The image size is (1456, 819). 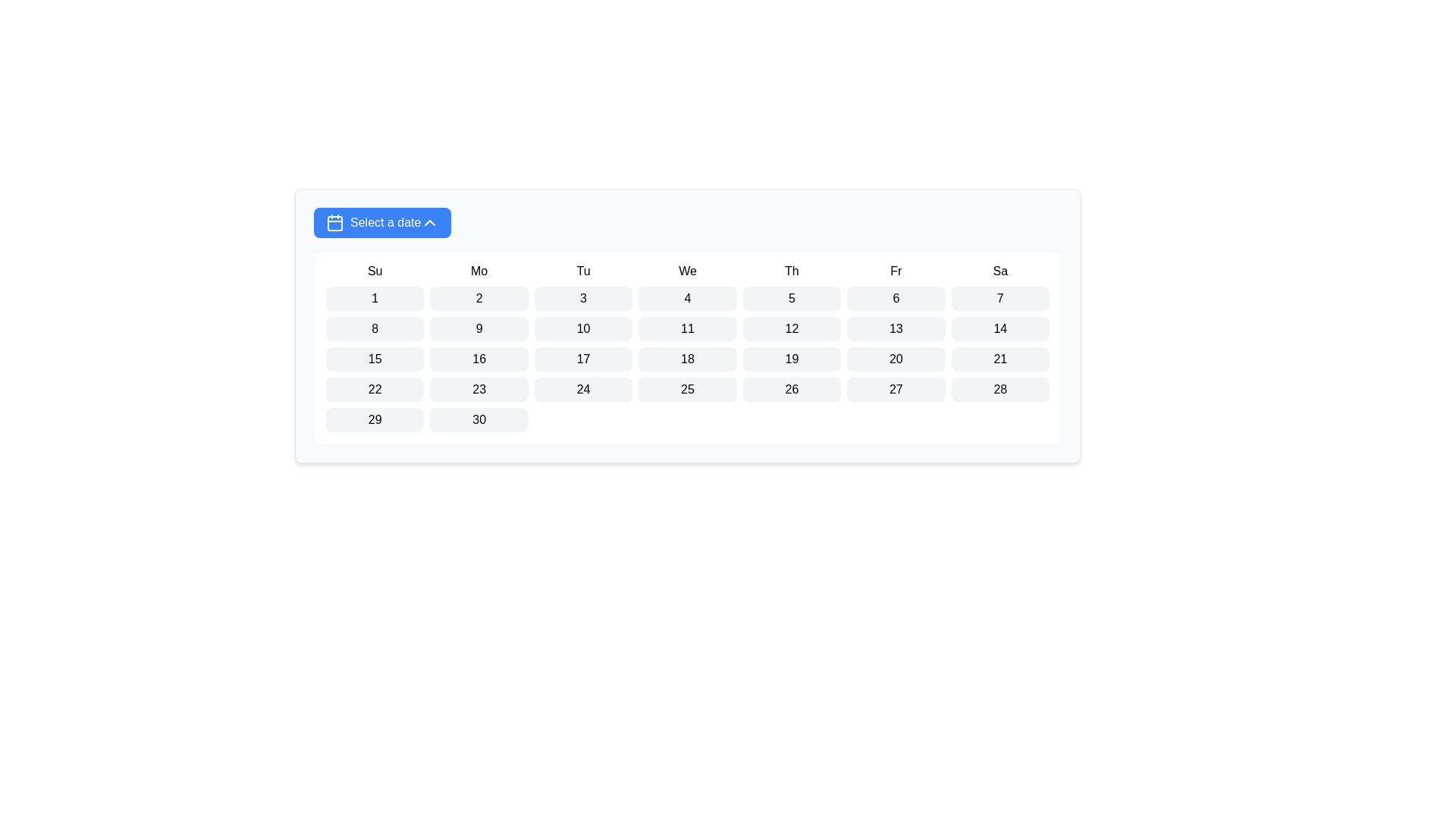 I want to click on the button displaying the number '28' in the last column of the fifth row of the calendar grid, so click(x=1000, y=388).